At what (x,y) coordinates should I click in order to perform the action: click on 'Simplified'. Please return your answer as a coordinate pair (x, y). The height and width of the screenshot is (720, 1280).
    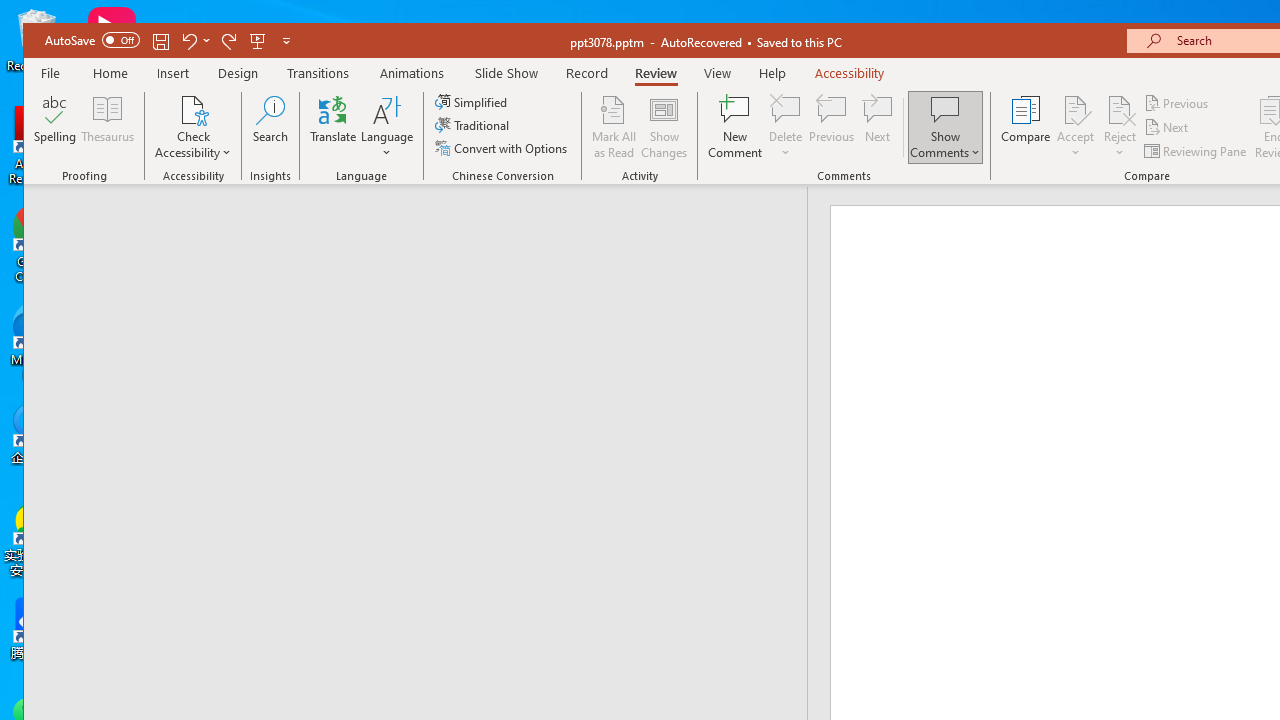
    Looking at the image, I should click on (472, 102).